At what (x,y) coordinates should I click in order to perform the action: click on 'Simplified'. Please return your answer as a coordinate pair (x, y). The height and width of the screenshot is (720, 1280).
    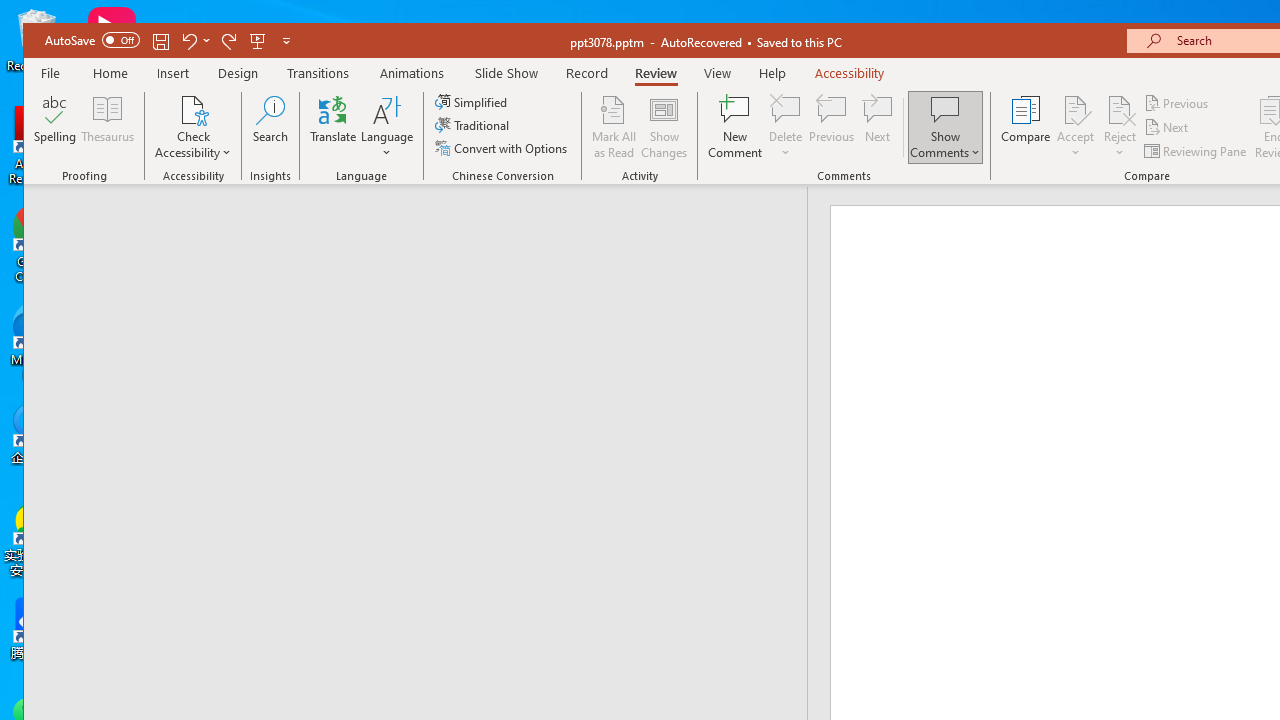
    Looking at the image, I should click on (472, 102).